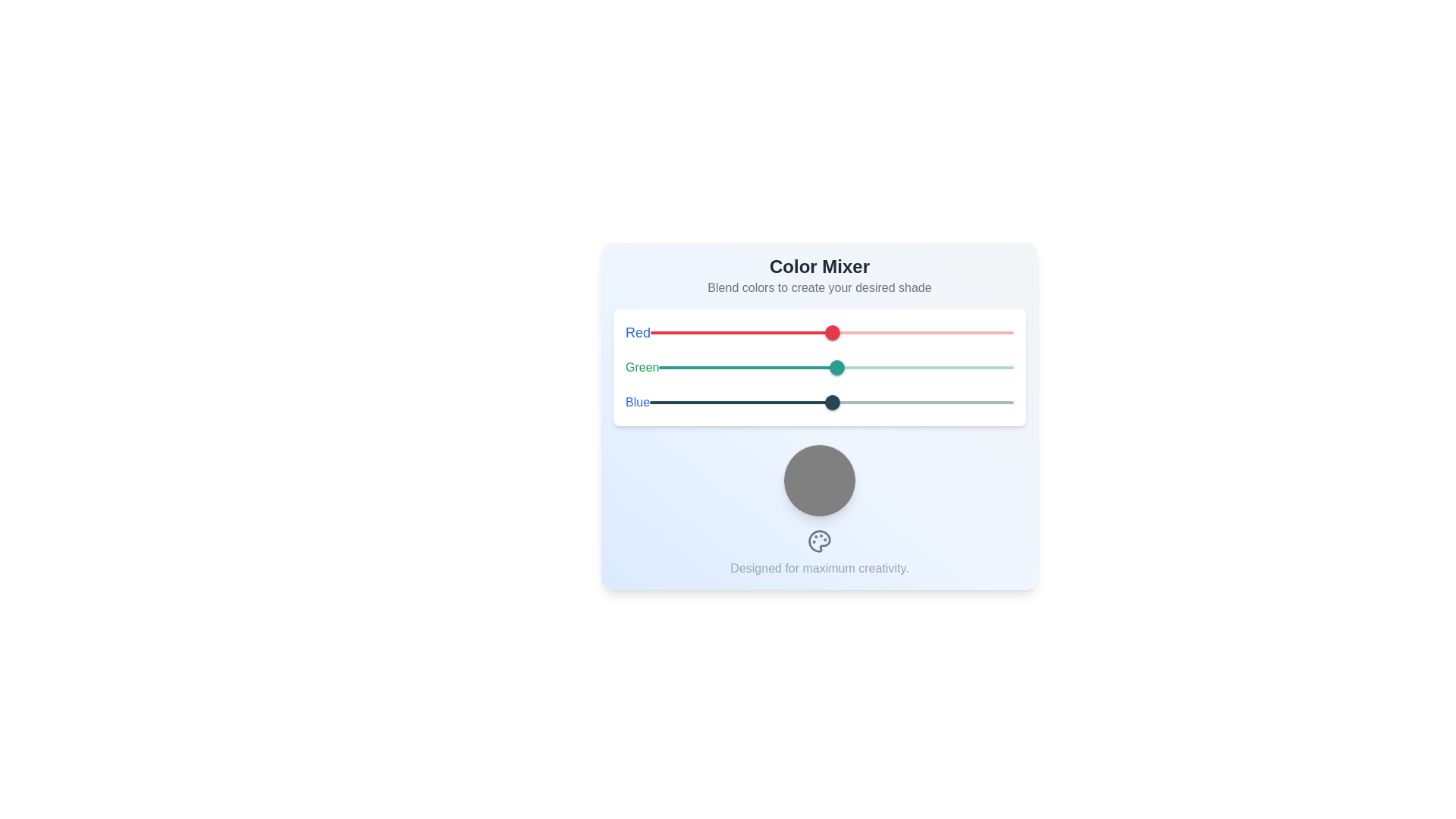 The image size is (1456, 819). Describe the element at coordinates (752, 368) in the screenshot. I see `the green slider` at that location.